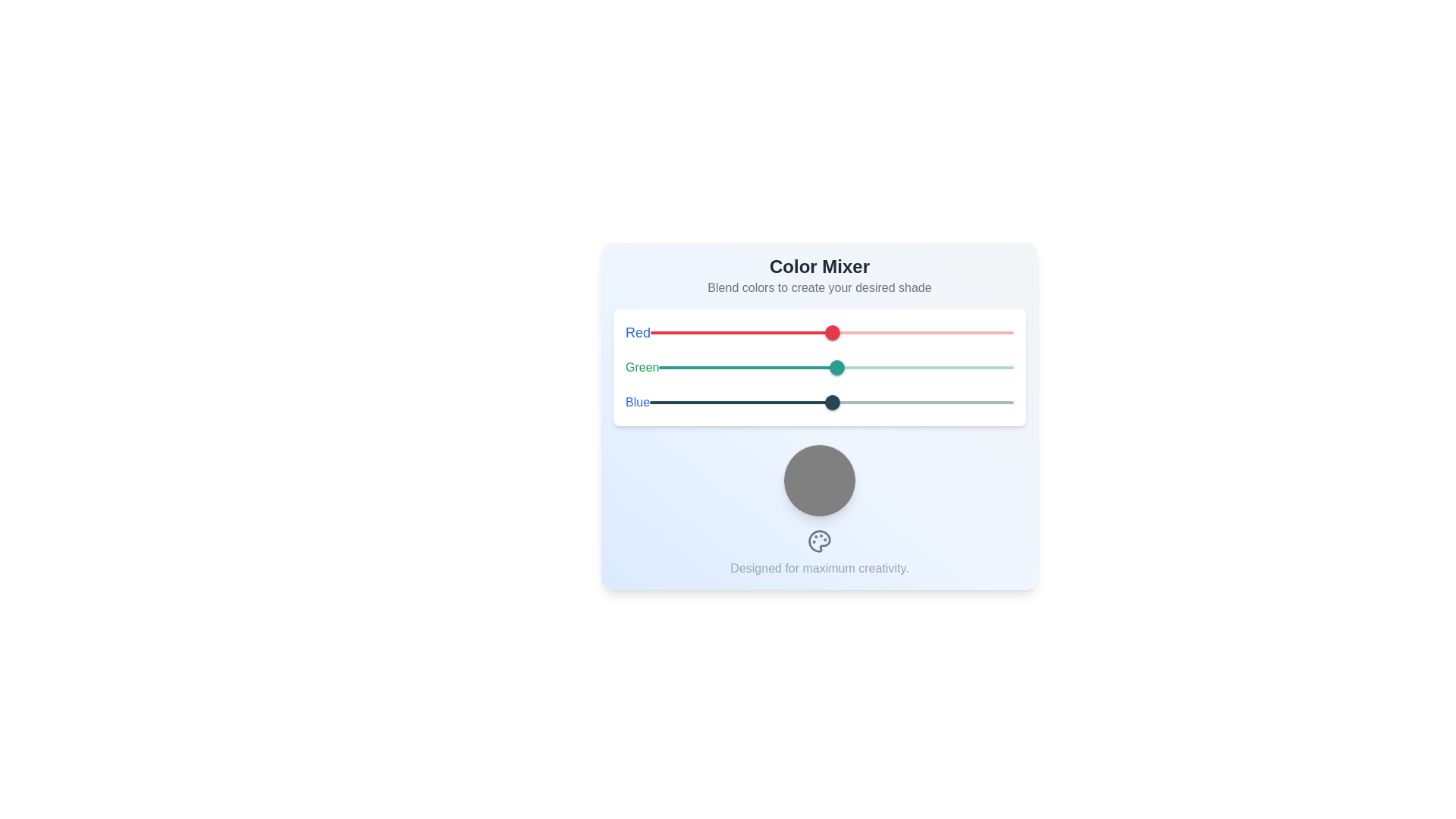 The image size is (1456, 819). Describe the element at coordinates (752, 368) in the screenshot. I see `the green slider` at that location.